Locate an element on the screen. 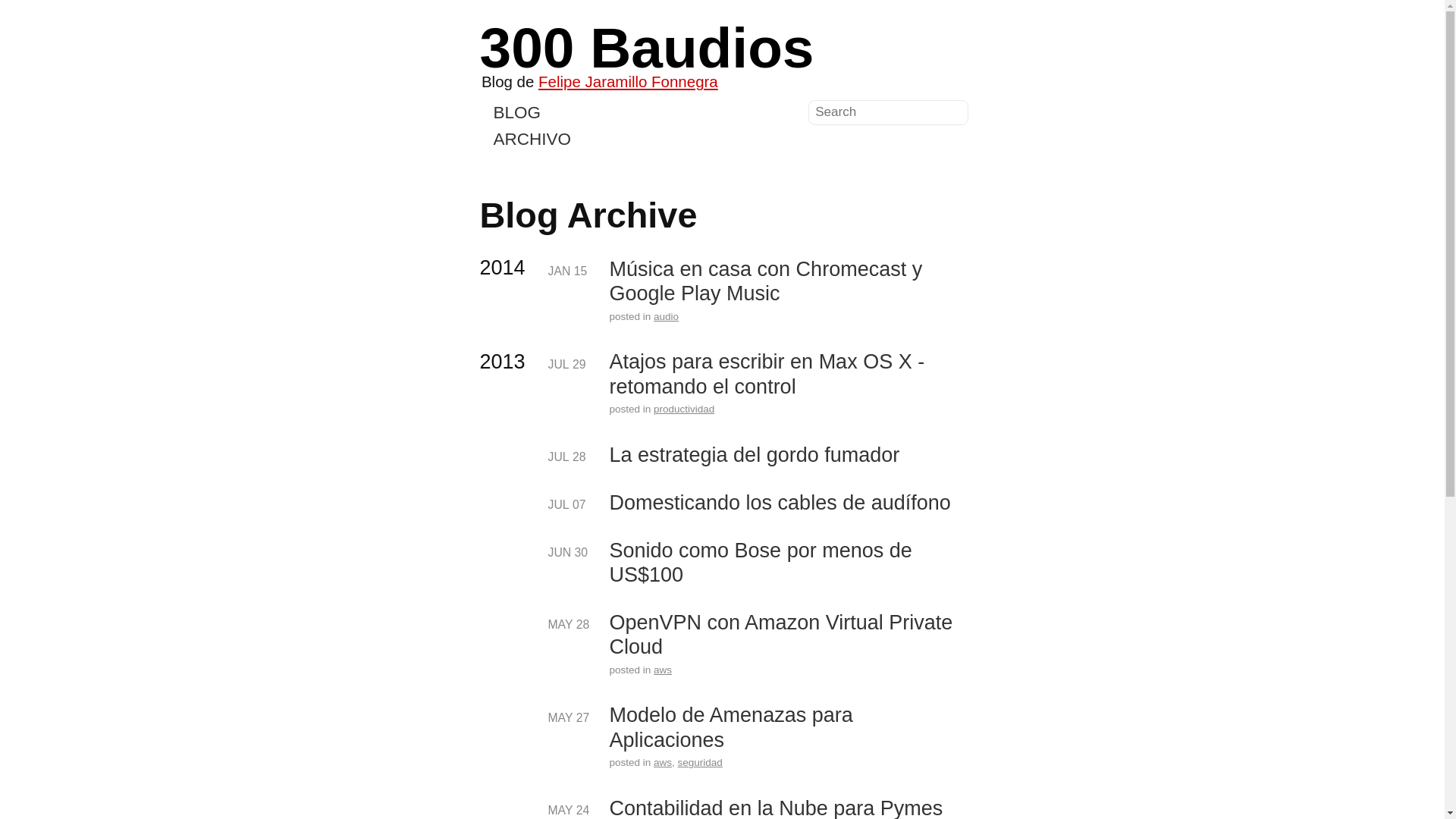 Image resolution: width=1456 pixels, height=819 pixels. '300 Baudios' is located at coordinates (646, 46).